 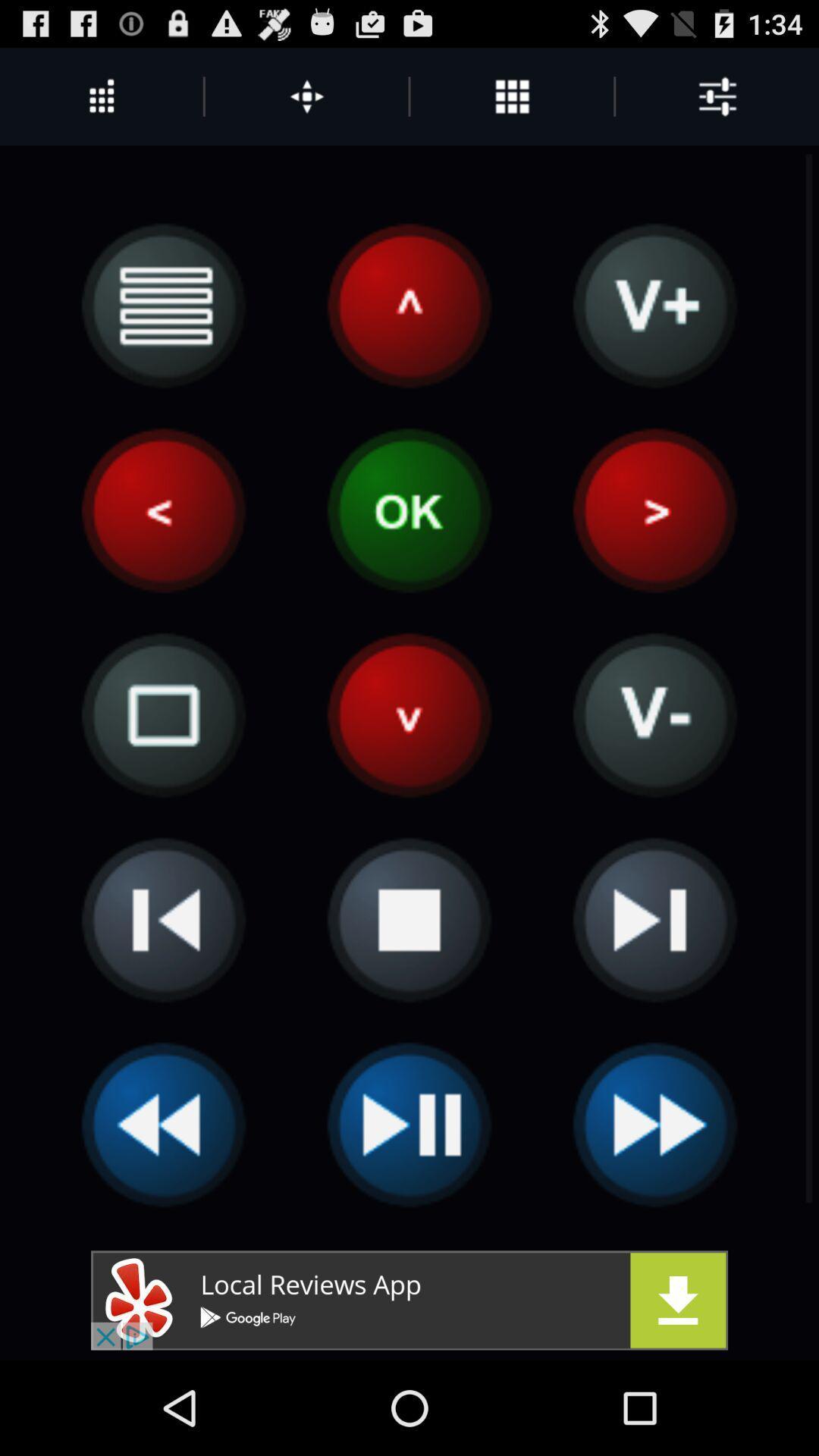 I want to click on the sliders icon, so click(x=717, y=102).